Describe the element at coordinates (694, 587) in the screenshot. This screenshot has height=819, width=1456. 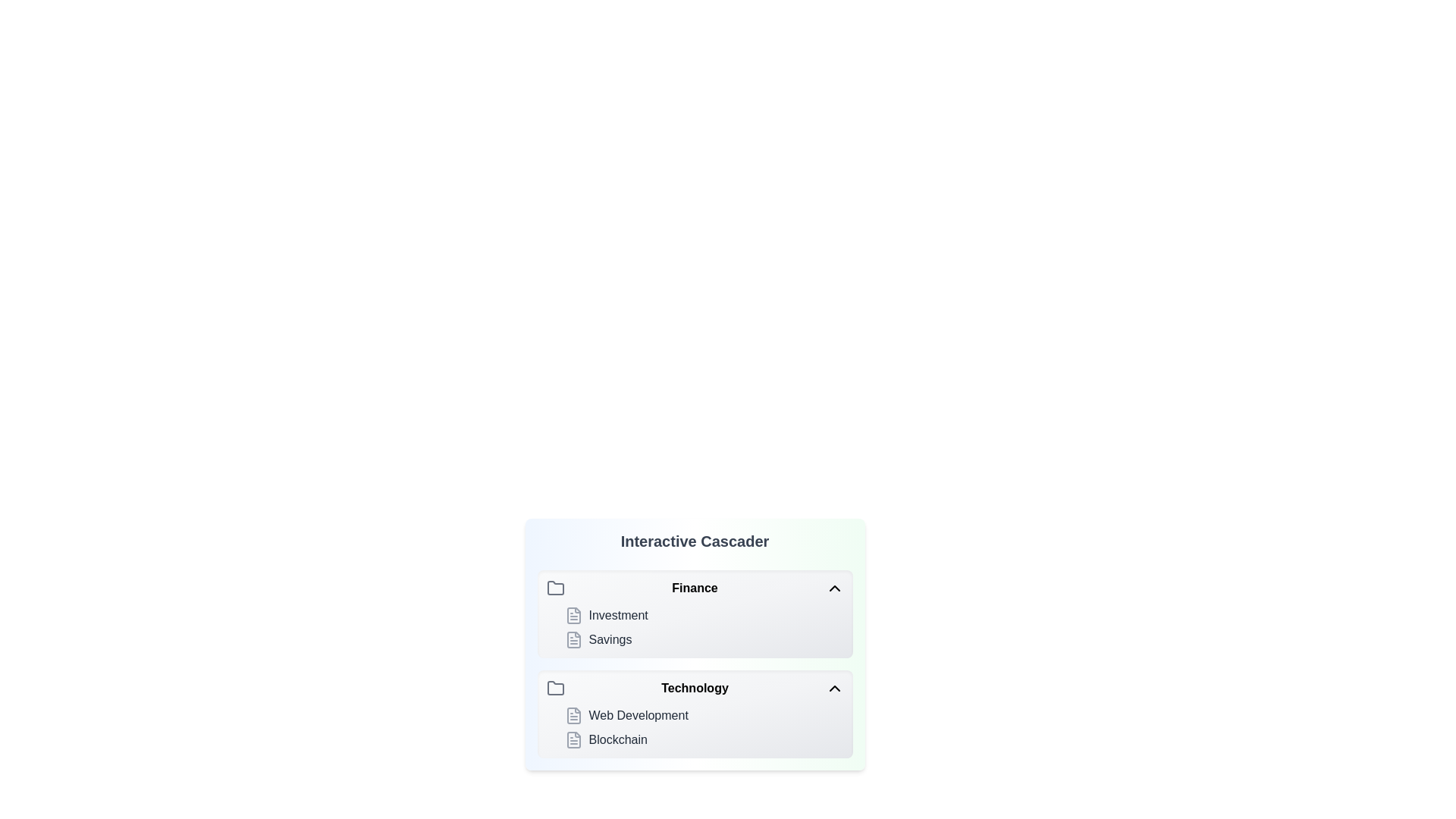
I see `the non-interactive text label representing the category header titled 'Finance' within the hierarchical list` at that location.